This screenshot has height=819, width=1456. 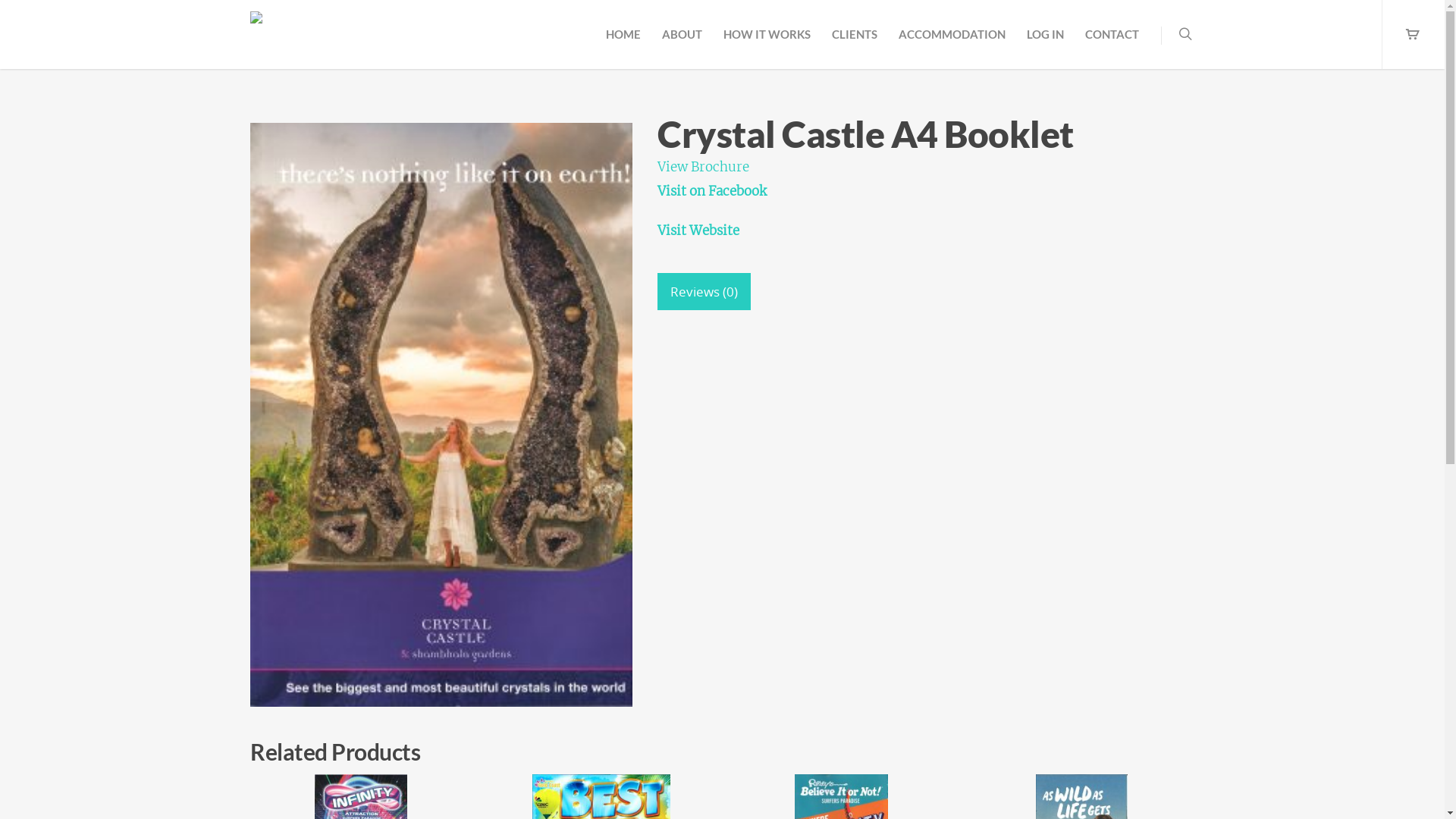 What do you see at coordinates (669, 291) in the screenshot?
I see `'Reviews (0)'` at bounding box center [669, 291].